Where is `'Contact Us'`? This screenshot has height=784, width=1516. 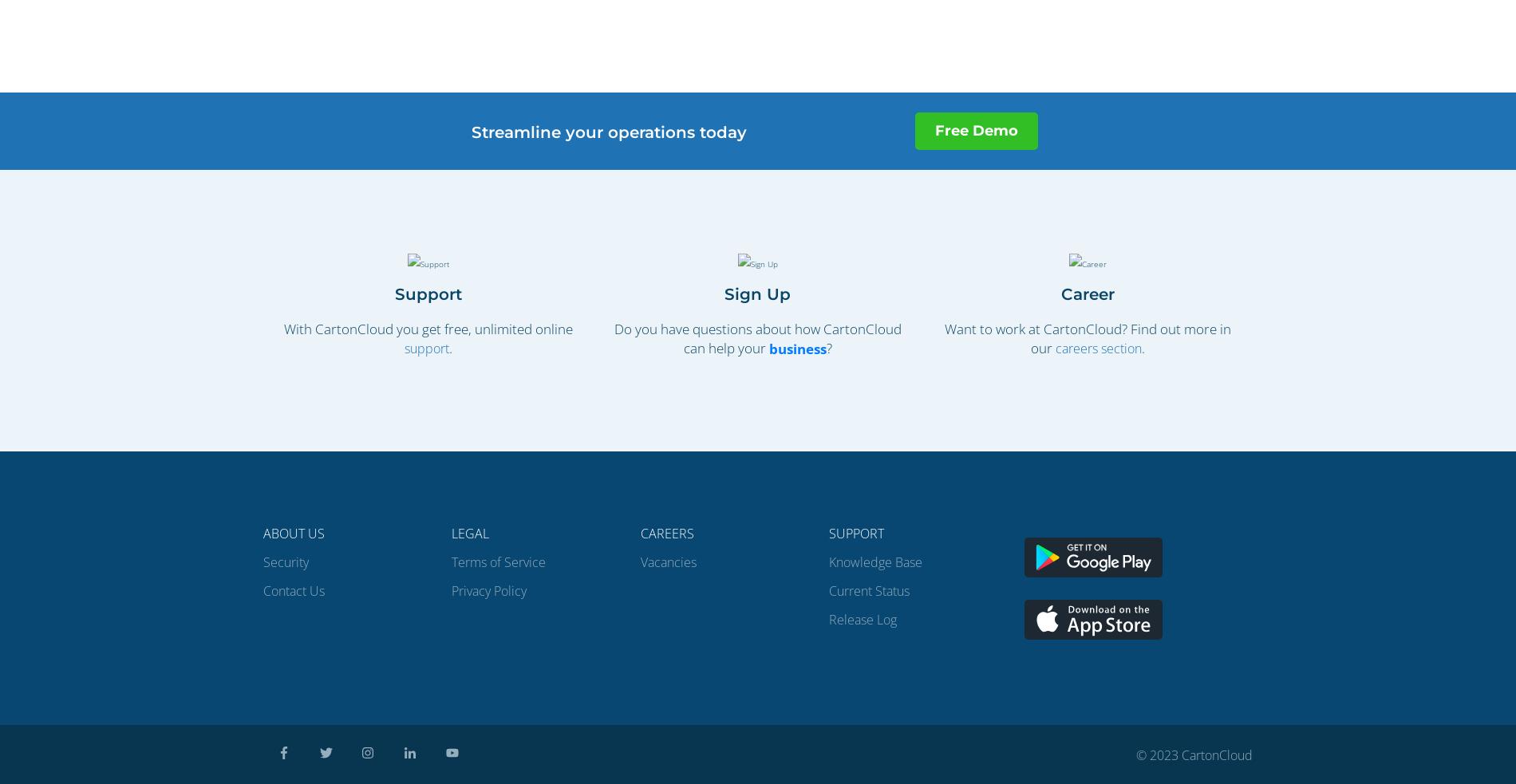
'Contact Us' is located at coordinates (263, 589).